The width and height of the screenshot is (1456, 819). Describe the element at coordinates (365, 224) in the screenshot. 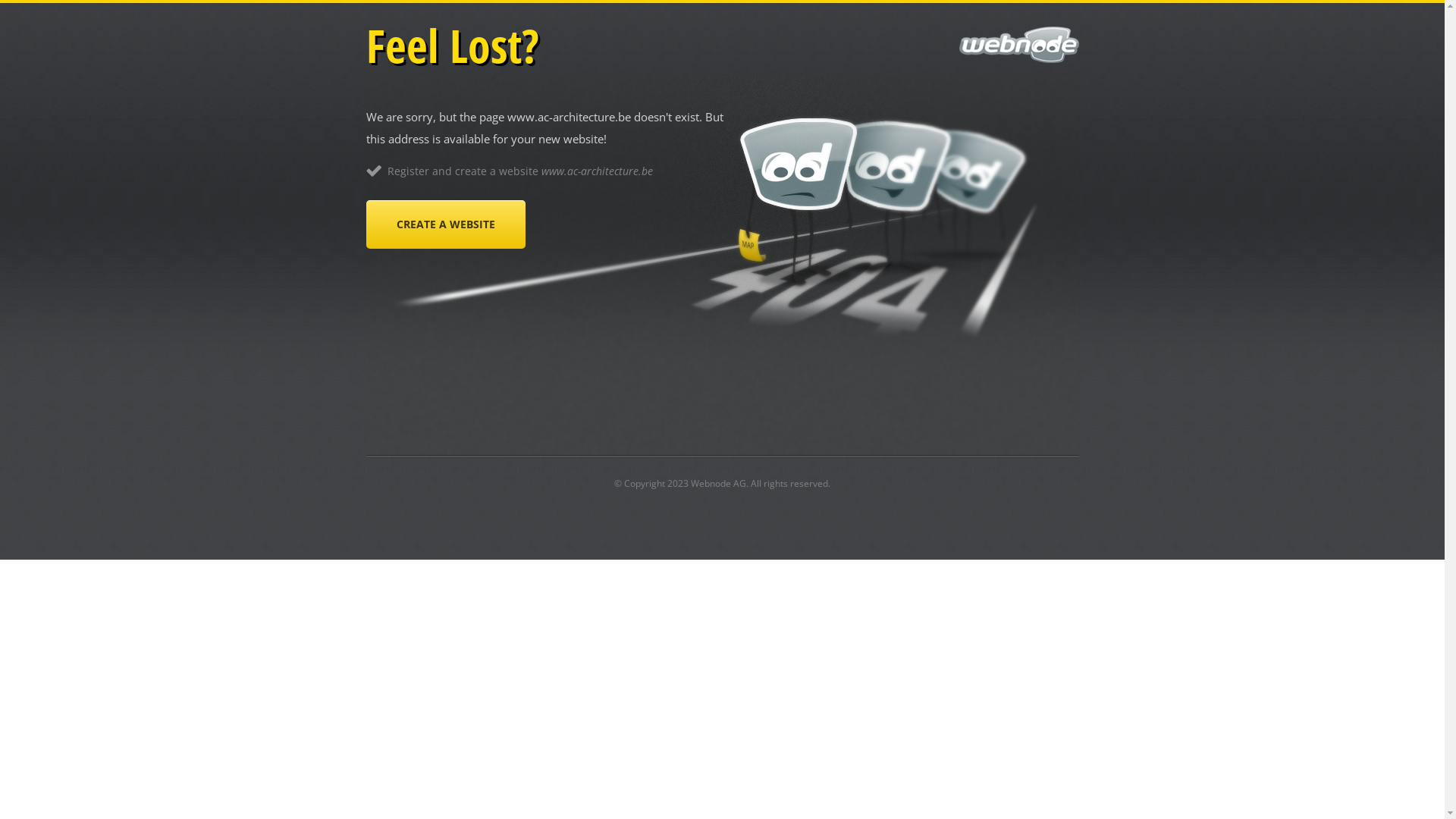

I see `'CREATE A WEBSITE'` at that location.